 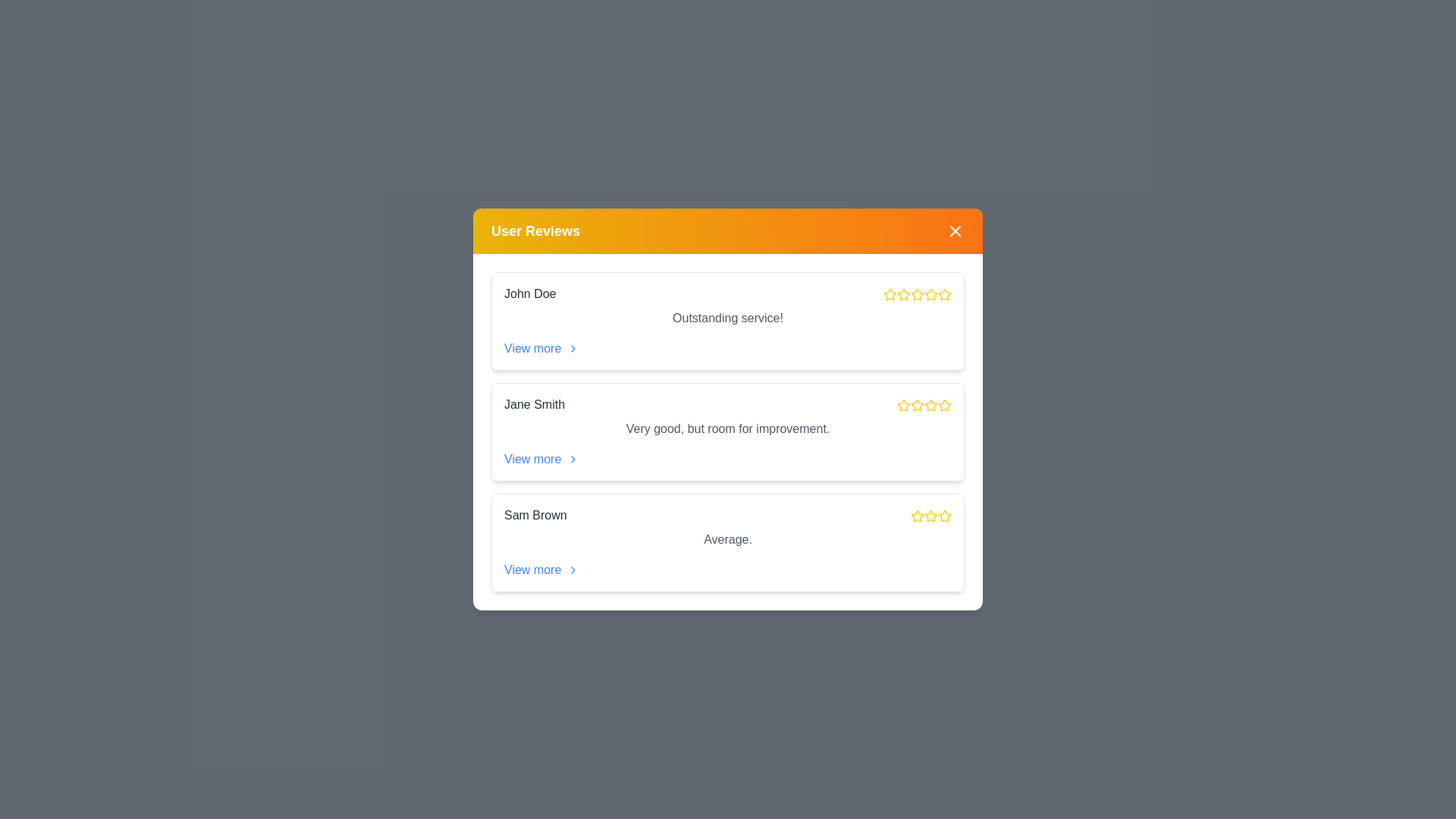 What do you see at coordinates (541, 458) in the screenshot?
I see `the 'View more' link for the review by Jane Smith` at bounding box center [541, 458].